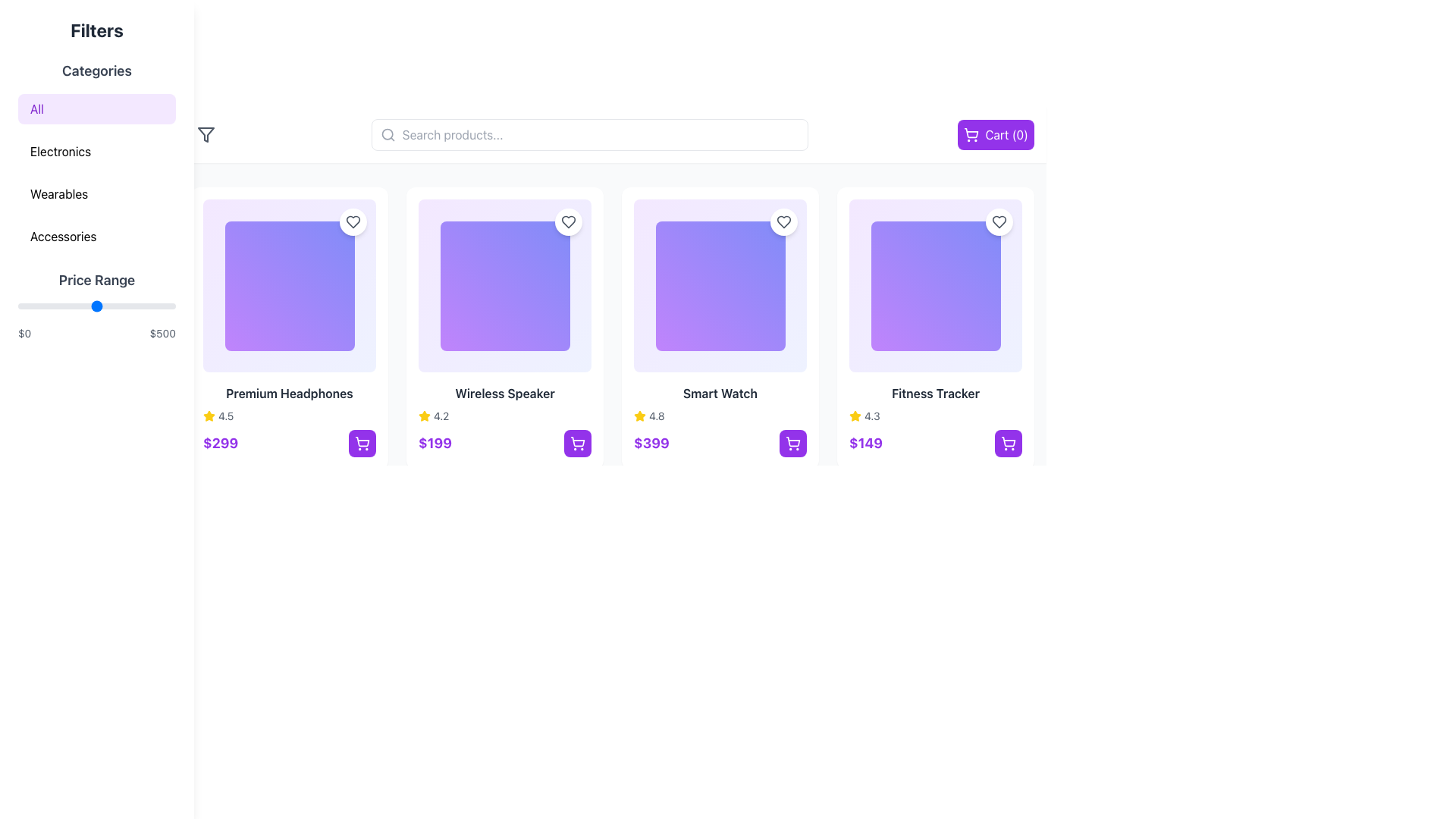 Image resolution: width=1456 pixels, height=819 pixels. What do you see at coordinates (651, 444) in the screenshot?
I see `price information displayed in the leftmost text label under the product image and rating stars of the 'Smart Watch' card` at bounding box center [651, 444].